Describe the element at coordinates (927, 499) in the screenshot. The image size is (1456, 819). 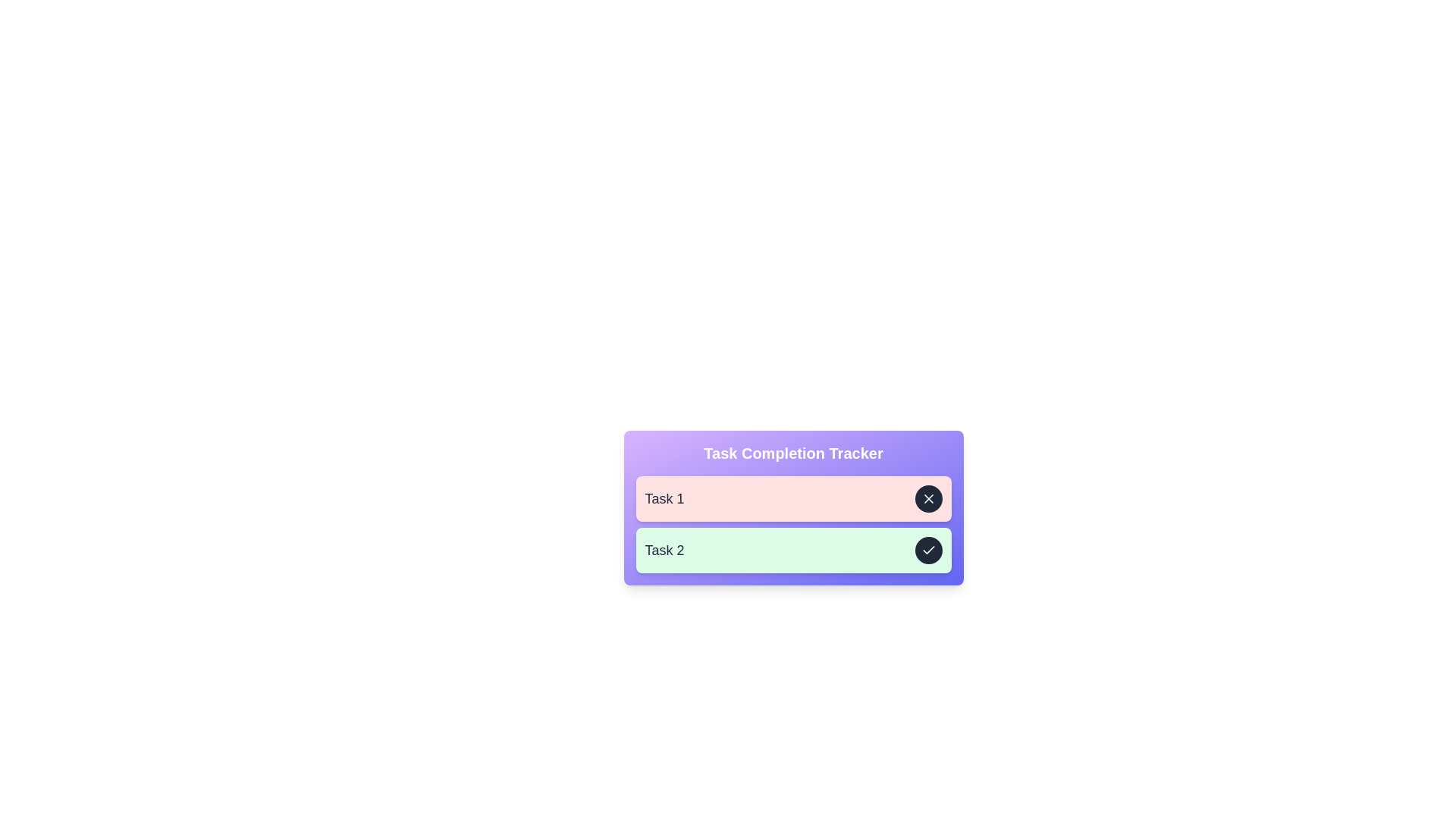
I see `the circular dark gray button with a white 'X' icon located at the far right of the task panel labeled 'Task 1'` at that location.